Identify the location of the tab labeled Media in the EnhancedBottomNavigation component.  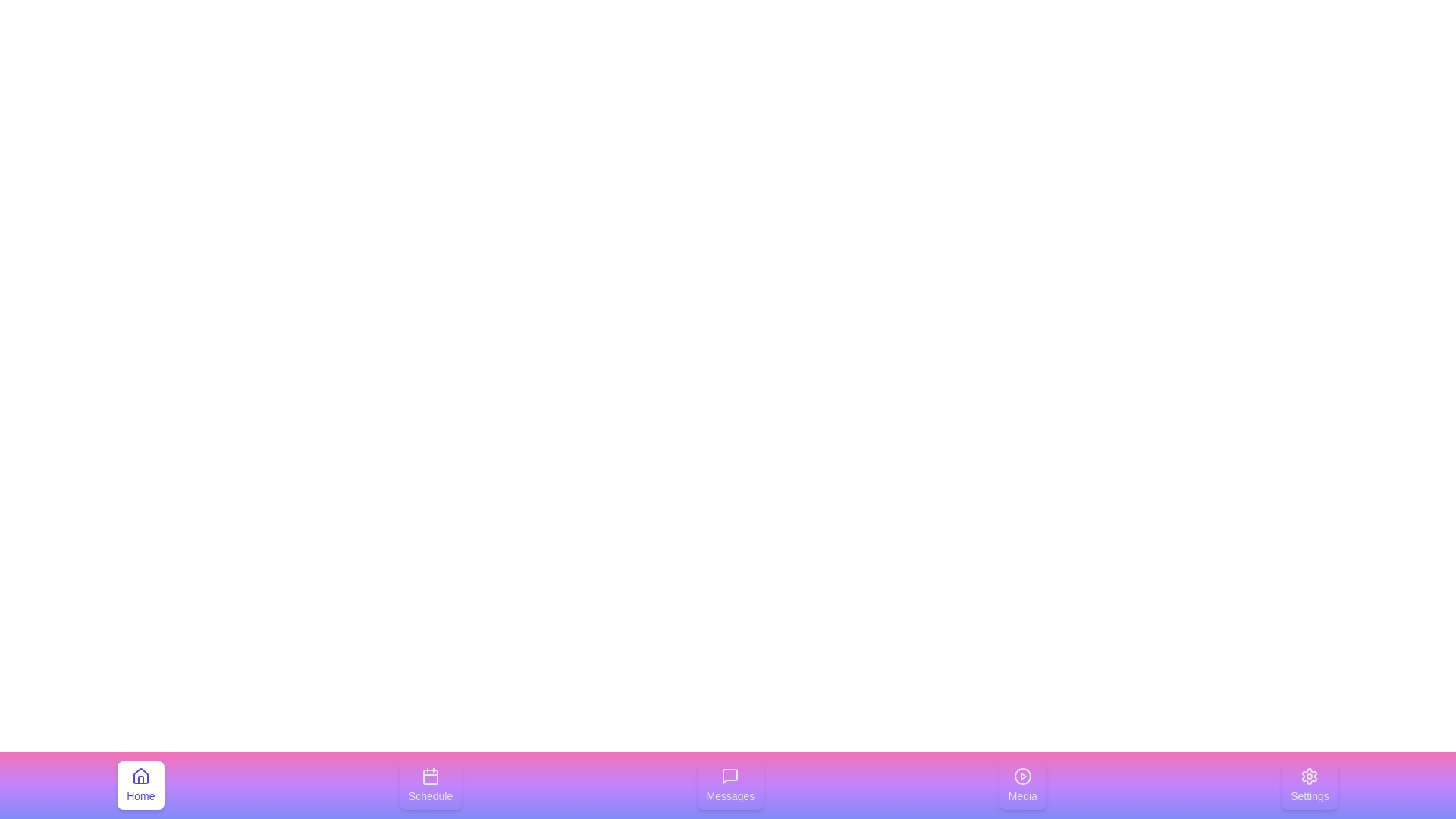
(1022, 785).